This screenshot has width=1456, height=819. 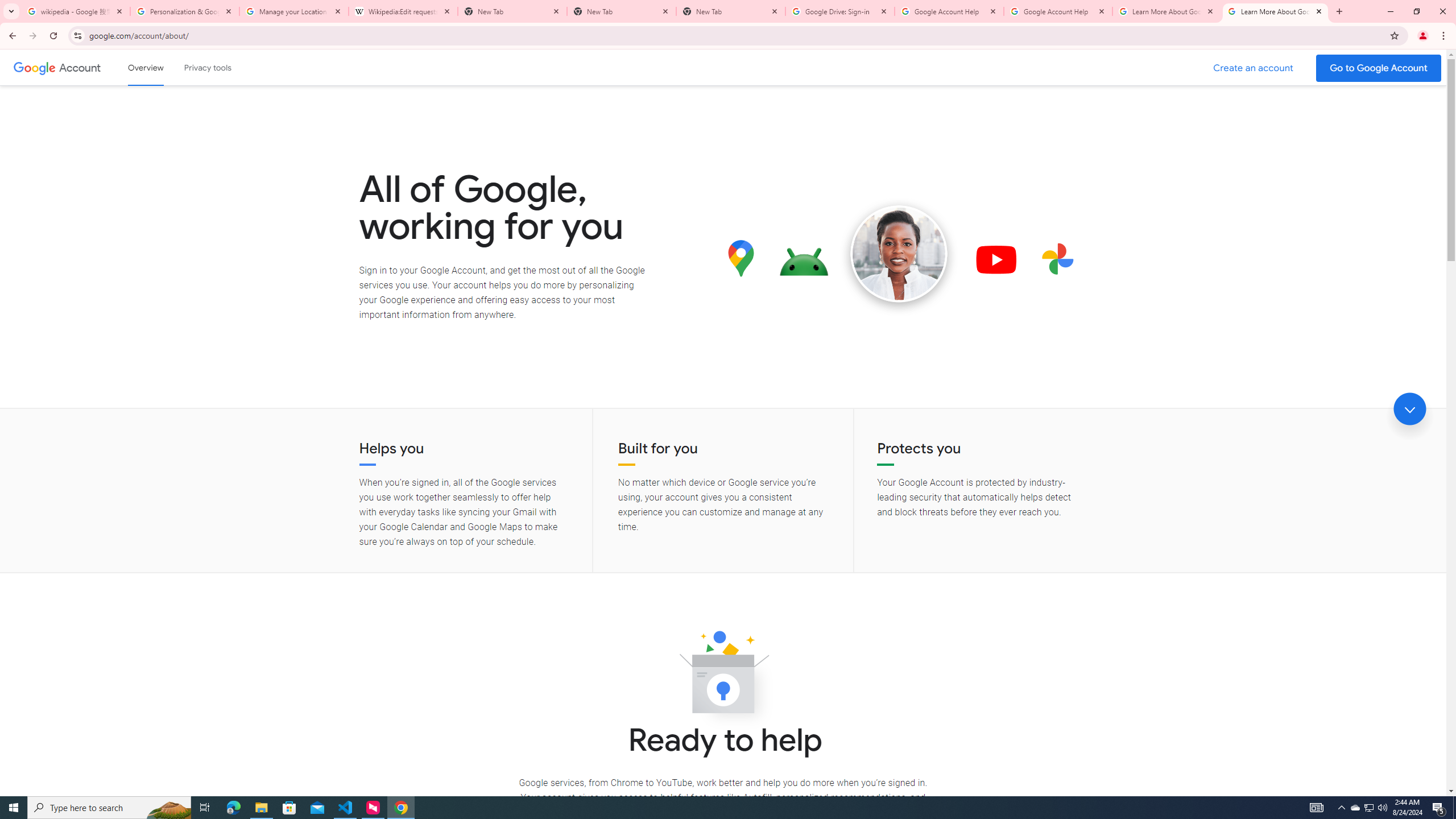 I want to click on 'Go to your Google Account', so click(x=1379, y=68).